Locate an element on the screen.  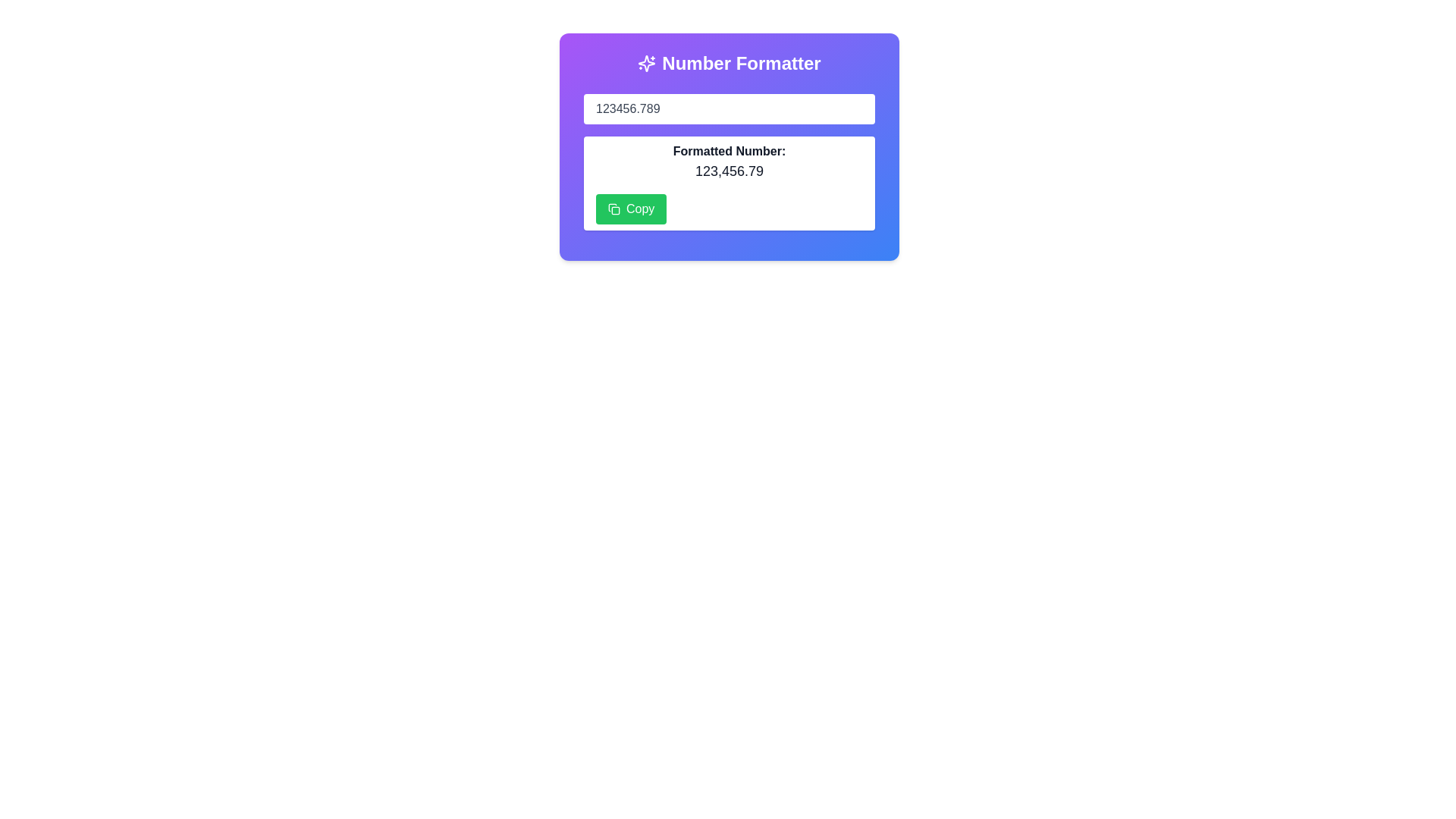
the Text Display element that shows a numerical value formatted with a comma as the thousand separator and two decimal places, emphasizing its significance is located at coordinates (729, 171).